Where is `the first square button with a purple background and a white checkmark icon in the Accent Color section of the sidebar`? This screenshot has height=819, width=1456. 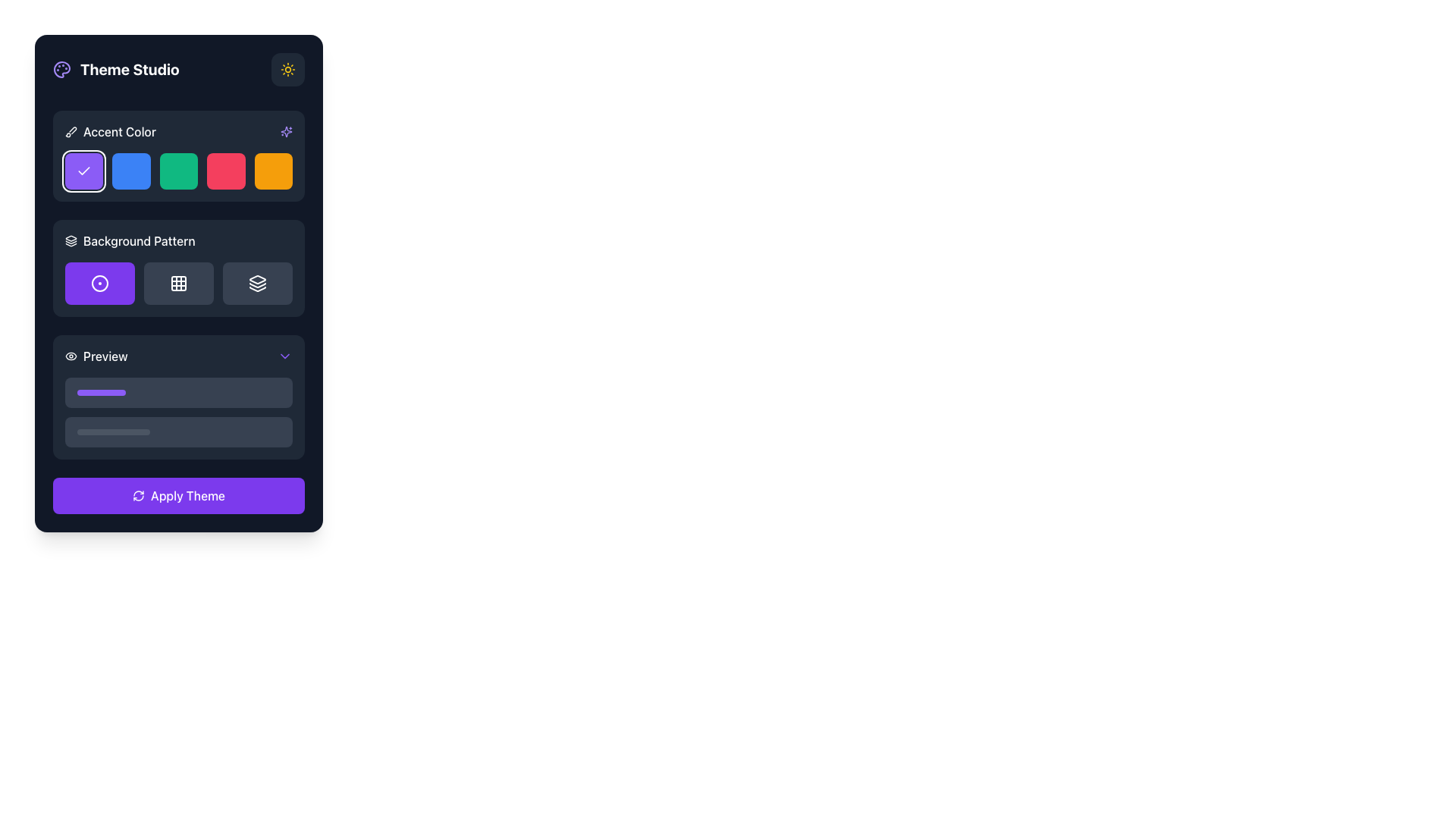 the first square button with a purple background and a white checkmark icon in the Accent Color section of the sidebar is located at coordinates (83, 171).